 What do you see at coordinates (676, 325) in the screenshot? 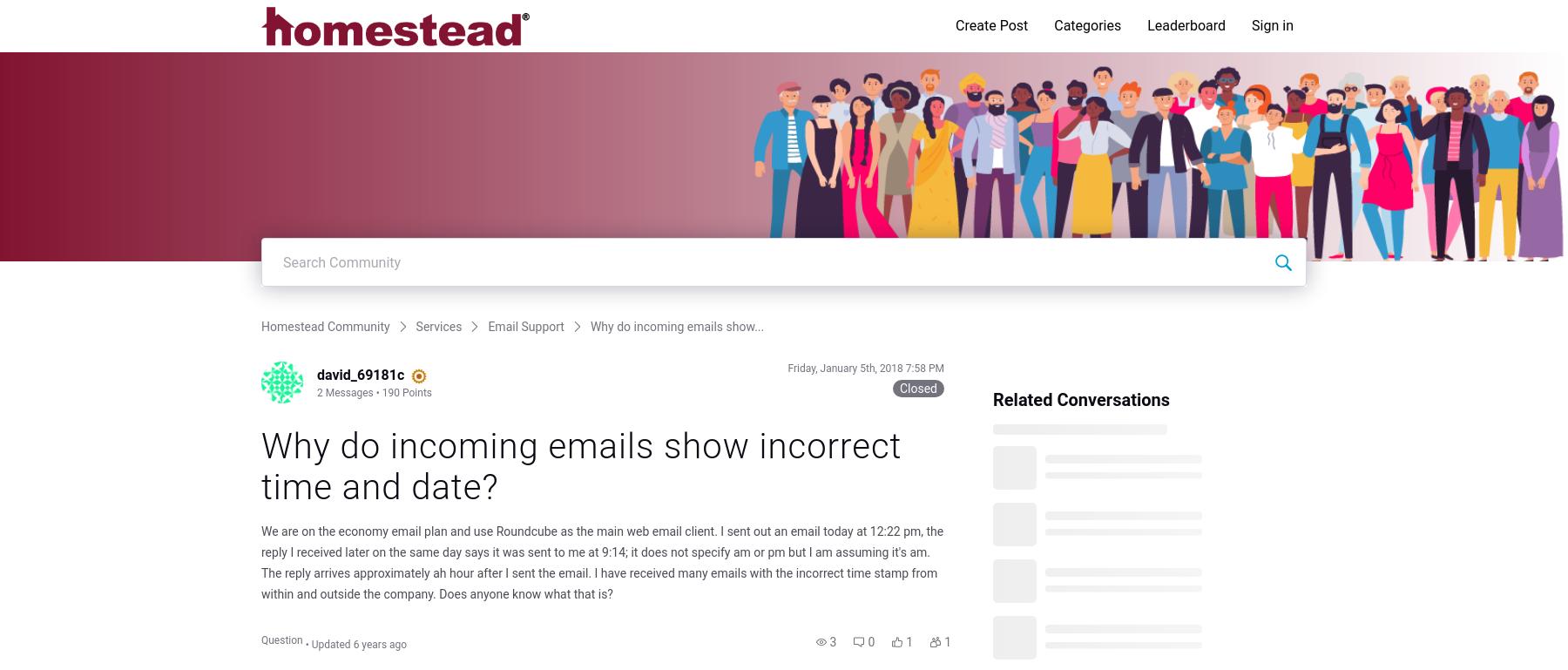
I see `'Why do incoming emails show...'` at bounding box center [676, 325].